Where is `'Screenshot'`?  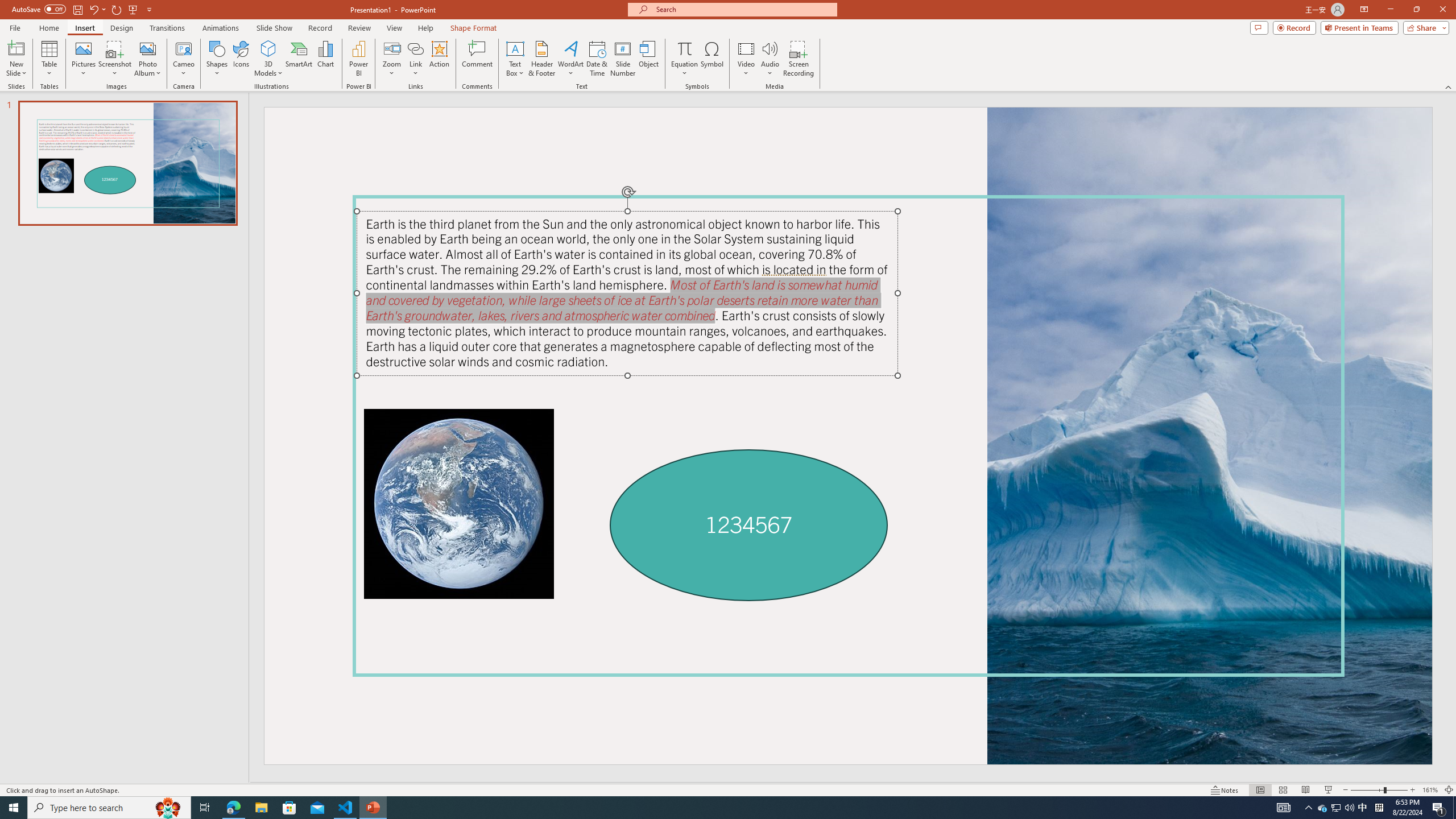 'Screenshot' is located at coordinates (114, 59).